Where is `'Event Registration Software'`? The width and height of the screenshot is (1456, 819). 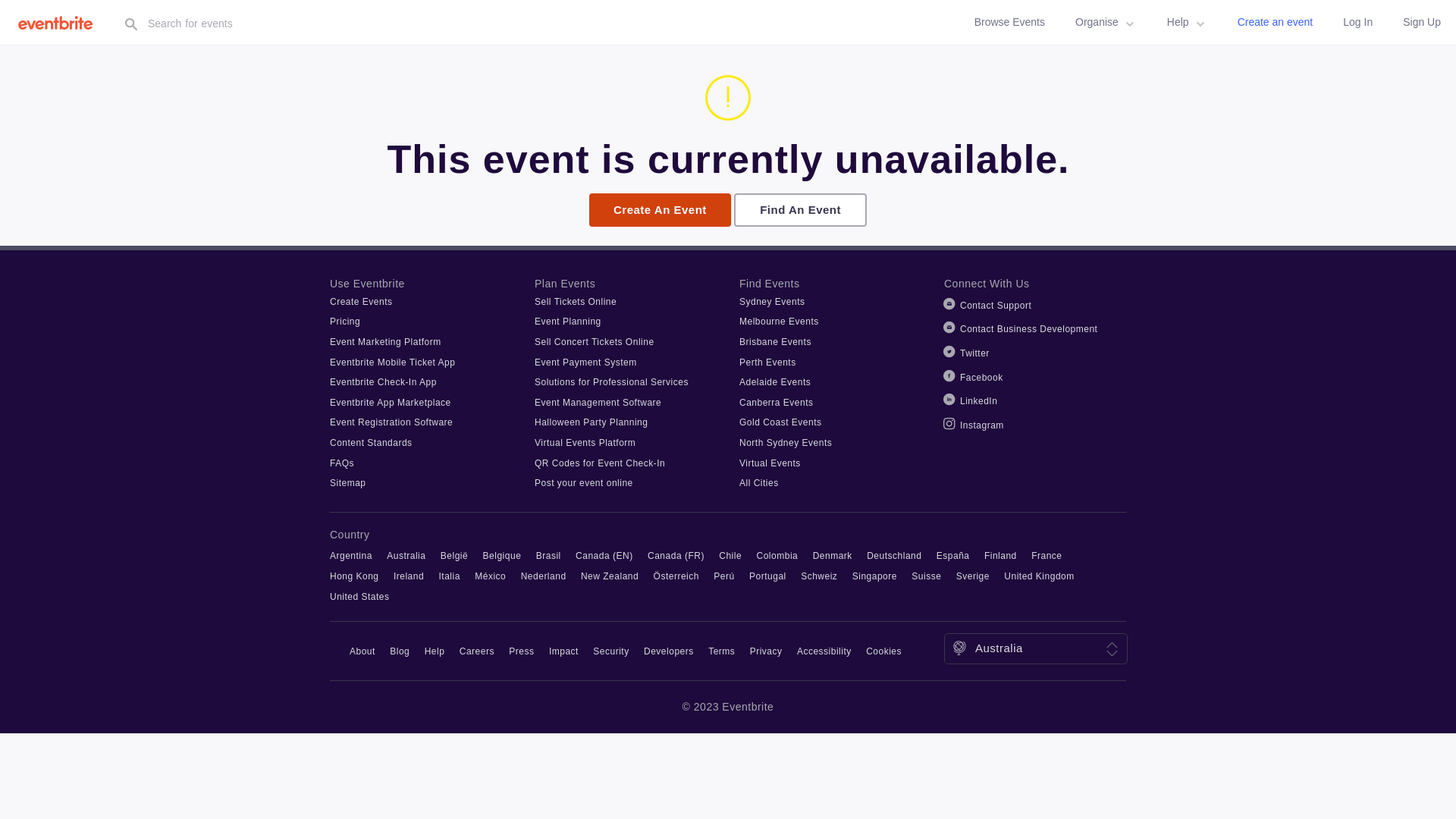 'Event Registration Software' is located at coordinates (391, 422).